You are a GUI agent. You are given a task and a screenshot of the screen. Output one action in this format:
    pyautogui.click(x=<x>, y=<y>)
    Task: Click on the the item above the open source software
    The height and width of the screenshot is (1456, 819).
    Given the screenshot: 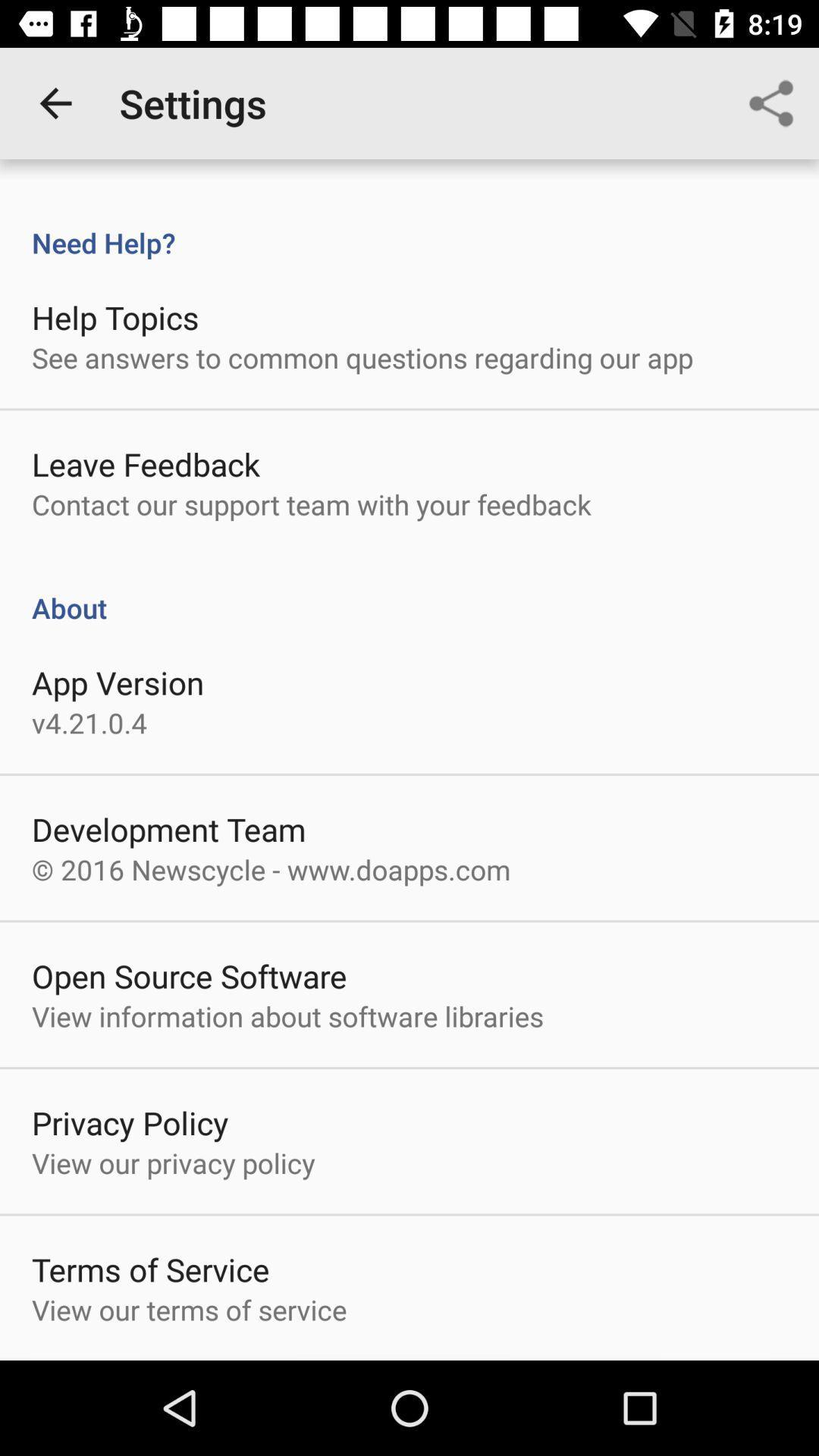 What is the action you would take?
    pyautogui.click(x=270, y=869)
    